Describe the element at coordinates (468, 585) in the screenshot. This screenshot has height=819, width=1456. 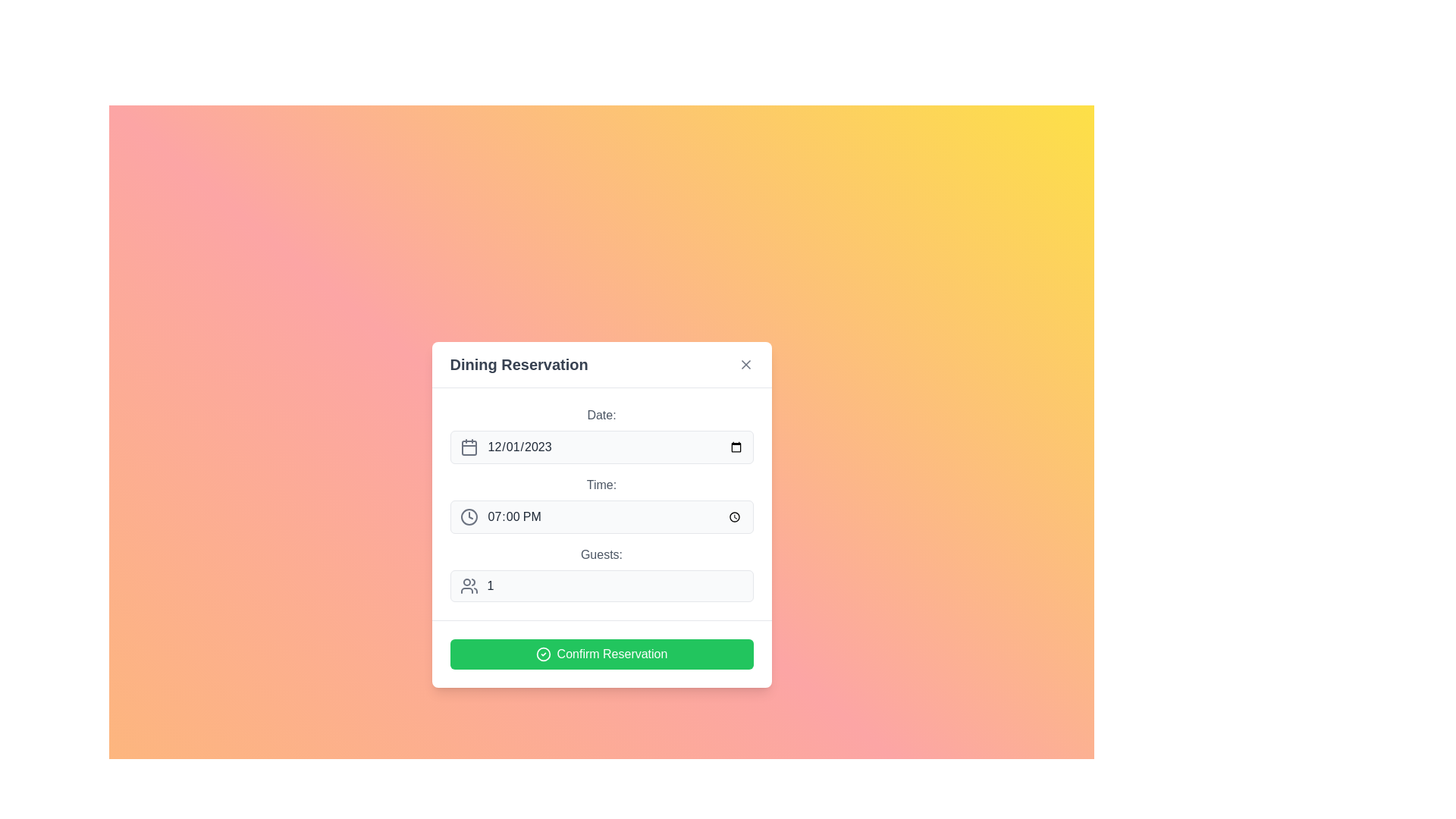
I see `the Guests icon located to the left of the numeric input field for specifying the number of guests in the reservation form` at that location.